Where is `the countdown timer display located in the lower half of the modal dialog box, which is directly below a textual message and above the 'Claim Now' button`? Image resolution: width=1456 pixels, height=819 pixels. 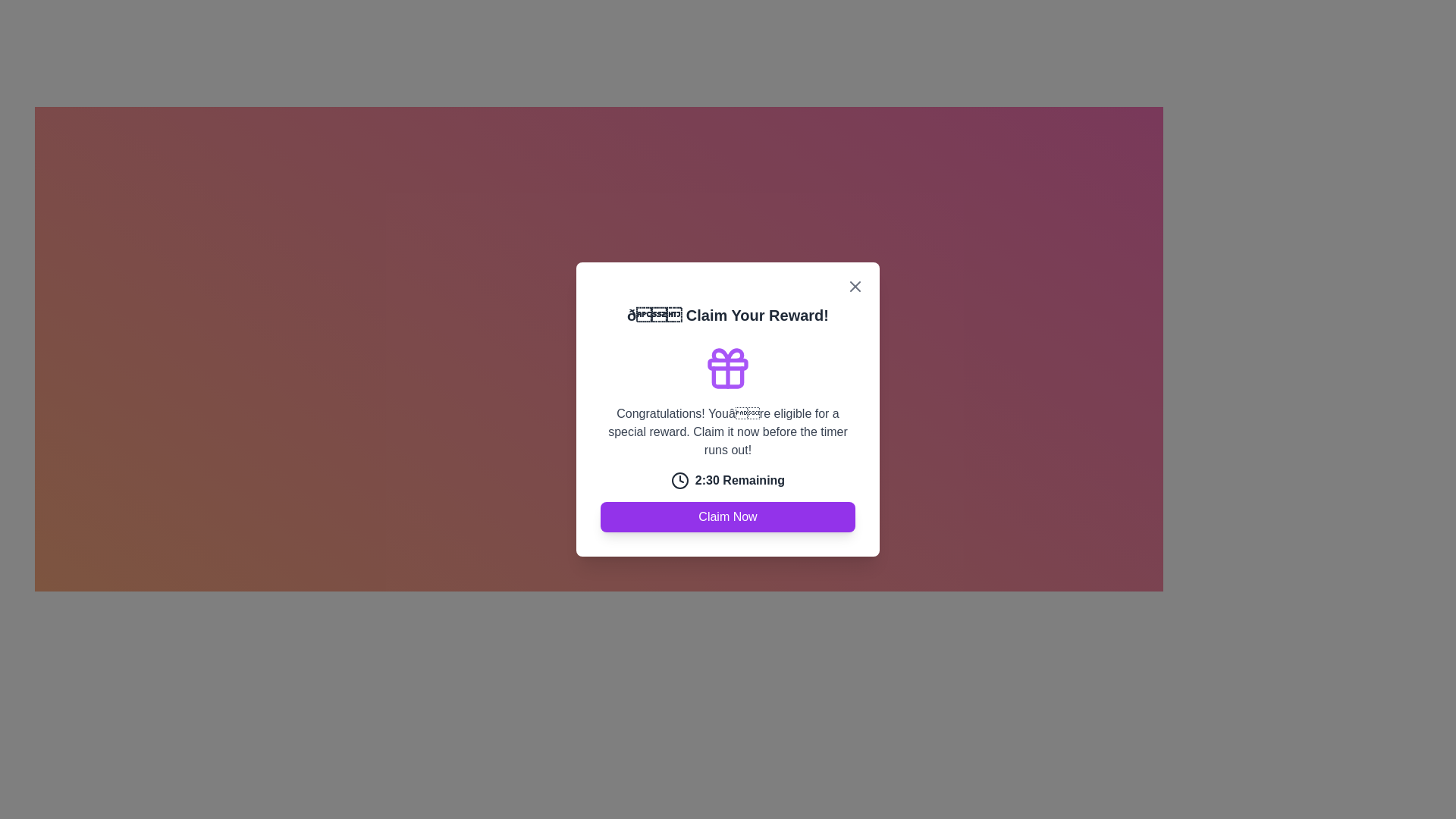
the countdown timer display located in the lower half of the modal dialog box, which is directly below a textual message and above the 'Claim Now' button is located at coordinates (728, 480).